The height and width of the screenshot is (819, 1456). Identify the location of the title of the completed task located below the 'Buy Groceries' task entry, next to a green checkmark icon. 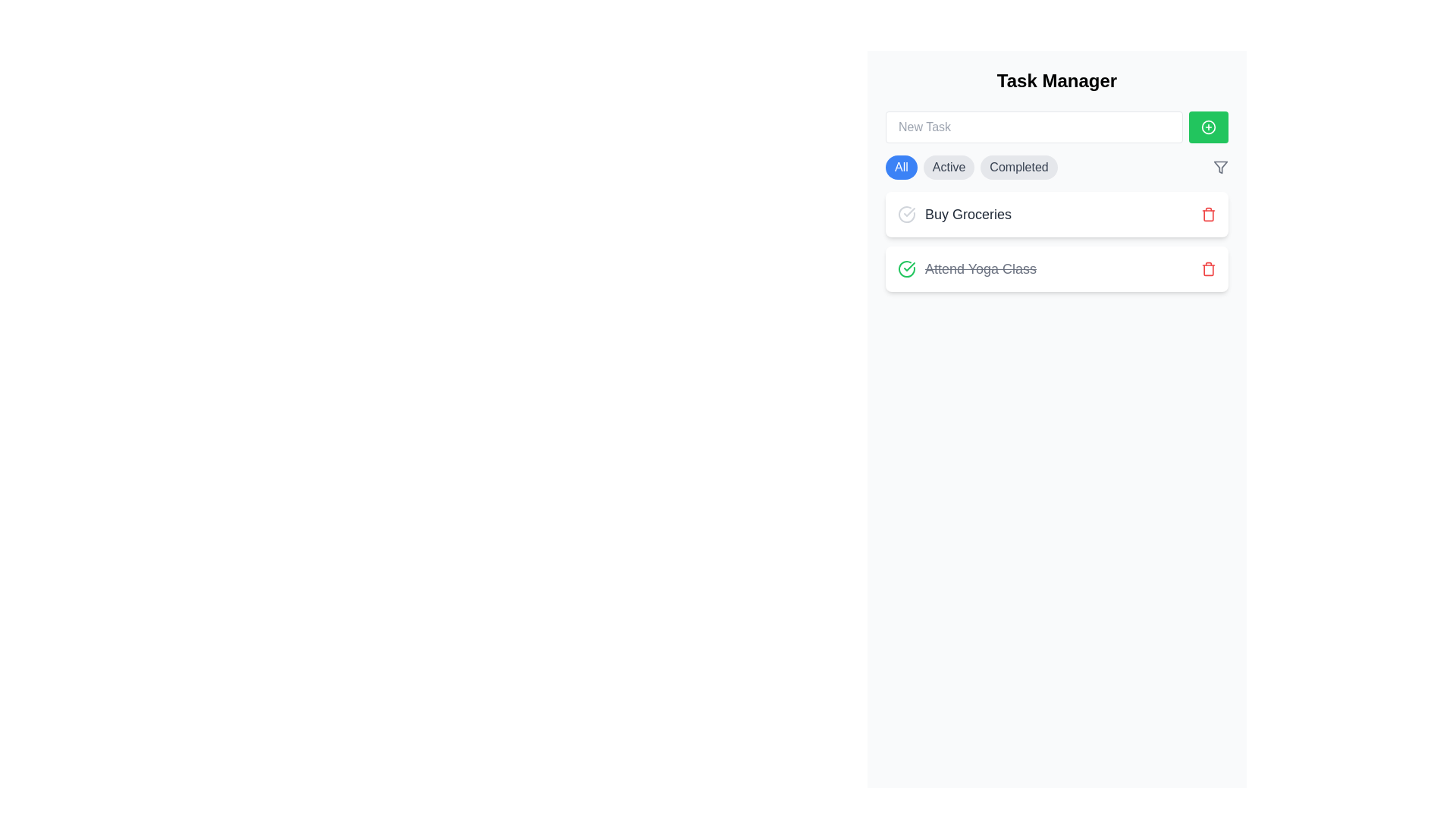
(981, 268).